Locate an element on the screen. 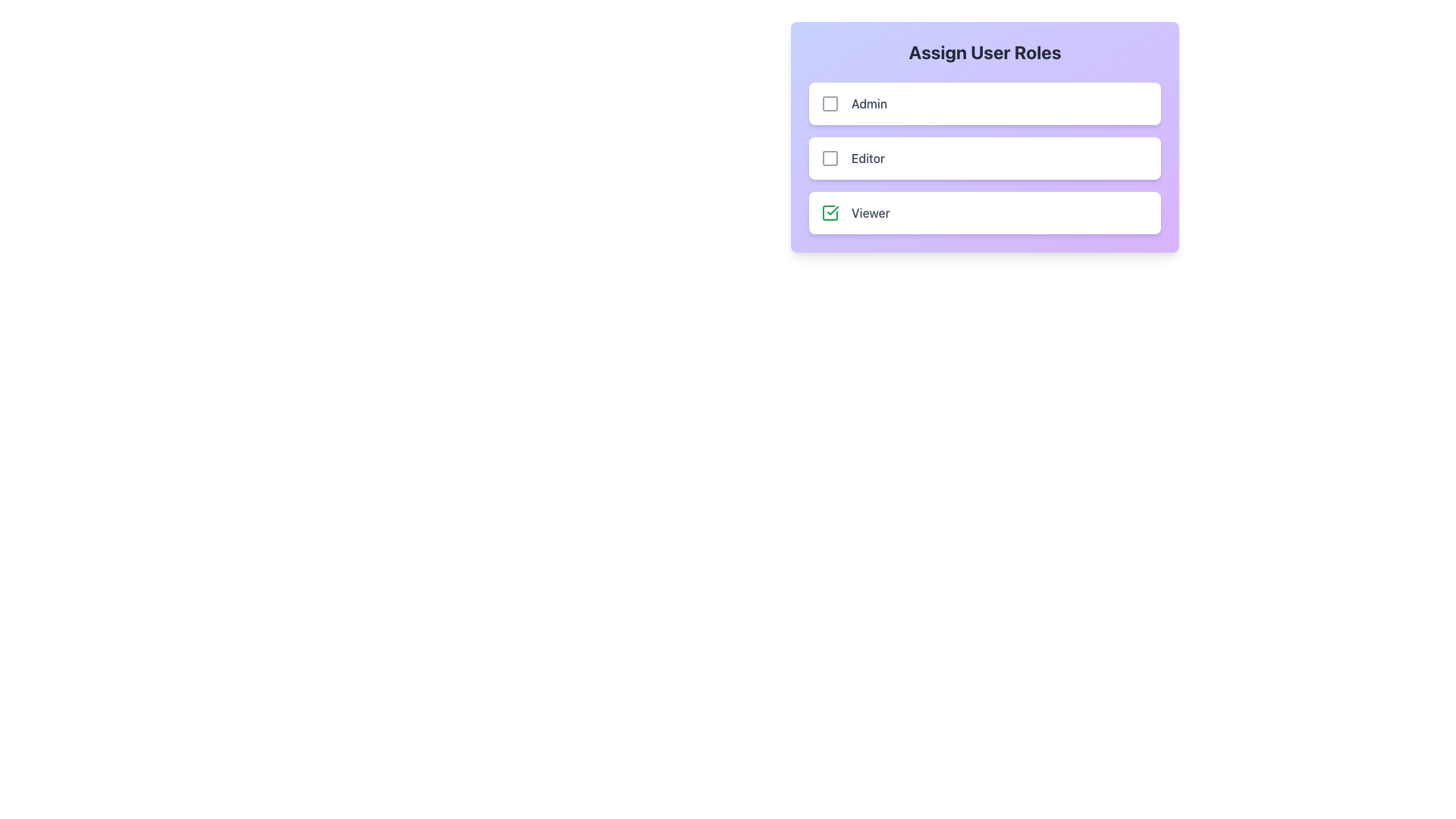 This screenshot has width=1456, height=819. properties of the Checkbox-based selectable list item labeled 'Editor', which is the second item in a vertical list, featuring a white background and a checkbox icon is located at coordinates (985, 158).